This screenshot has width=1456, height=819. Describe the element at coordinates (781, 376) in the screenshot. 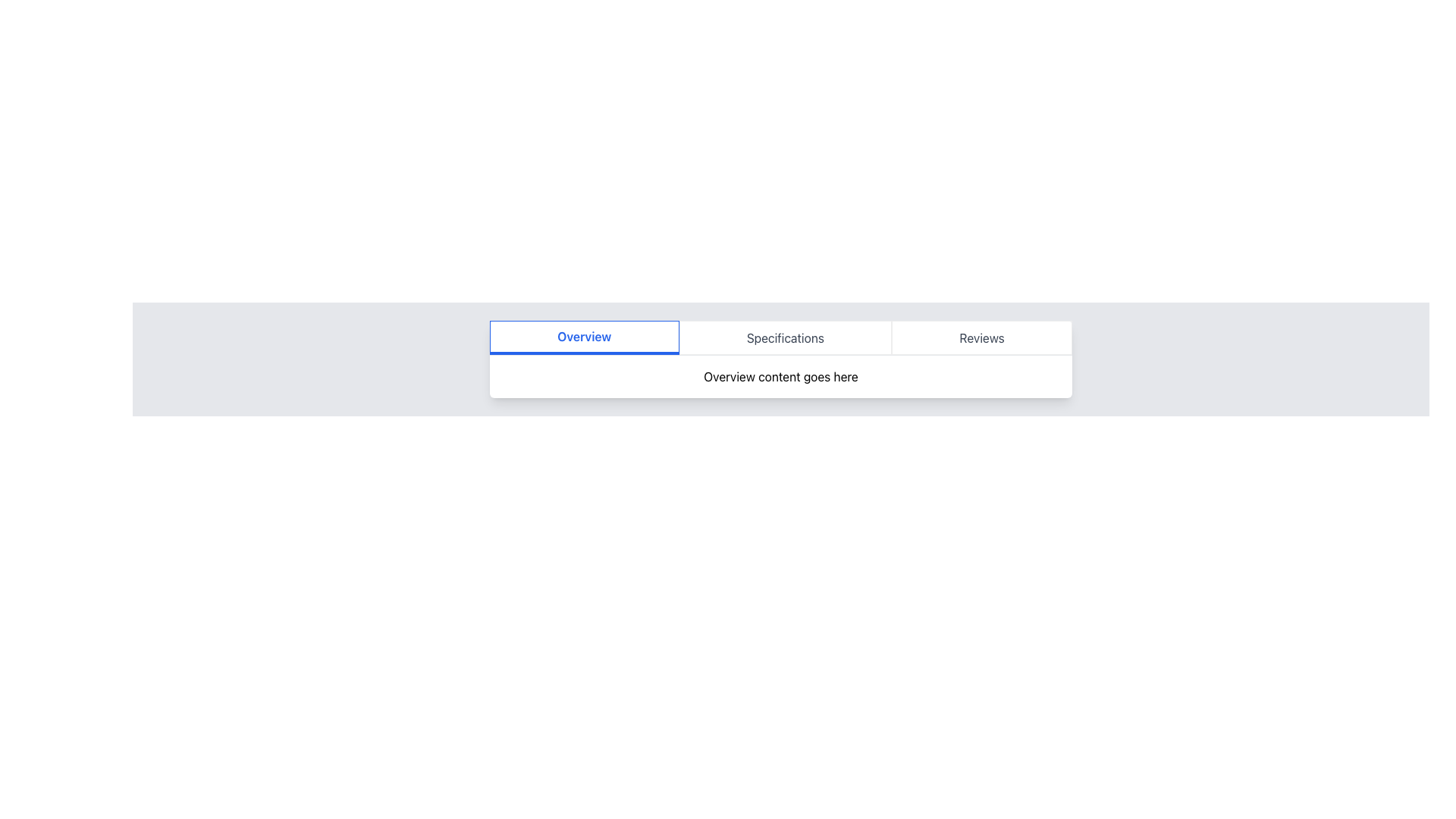

I see `the text block containing 'Overview content goes here', positioned below the navigation tabs labeled 'Overview', 'Specifications', and 'Reviews'` at that location.